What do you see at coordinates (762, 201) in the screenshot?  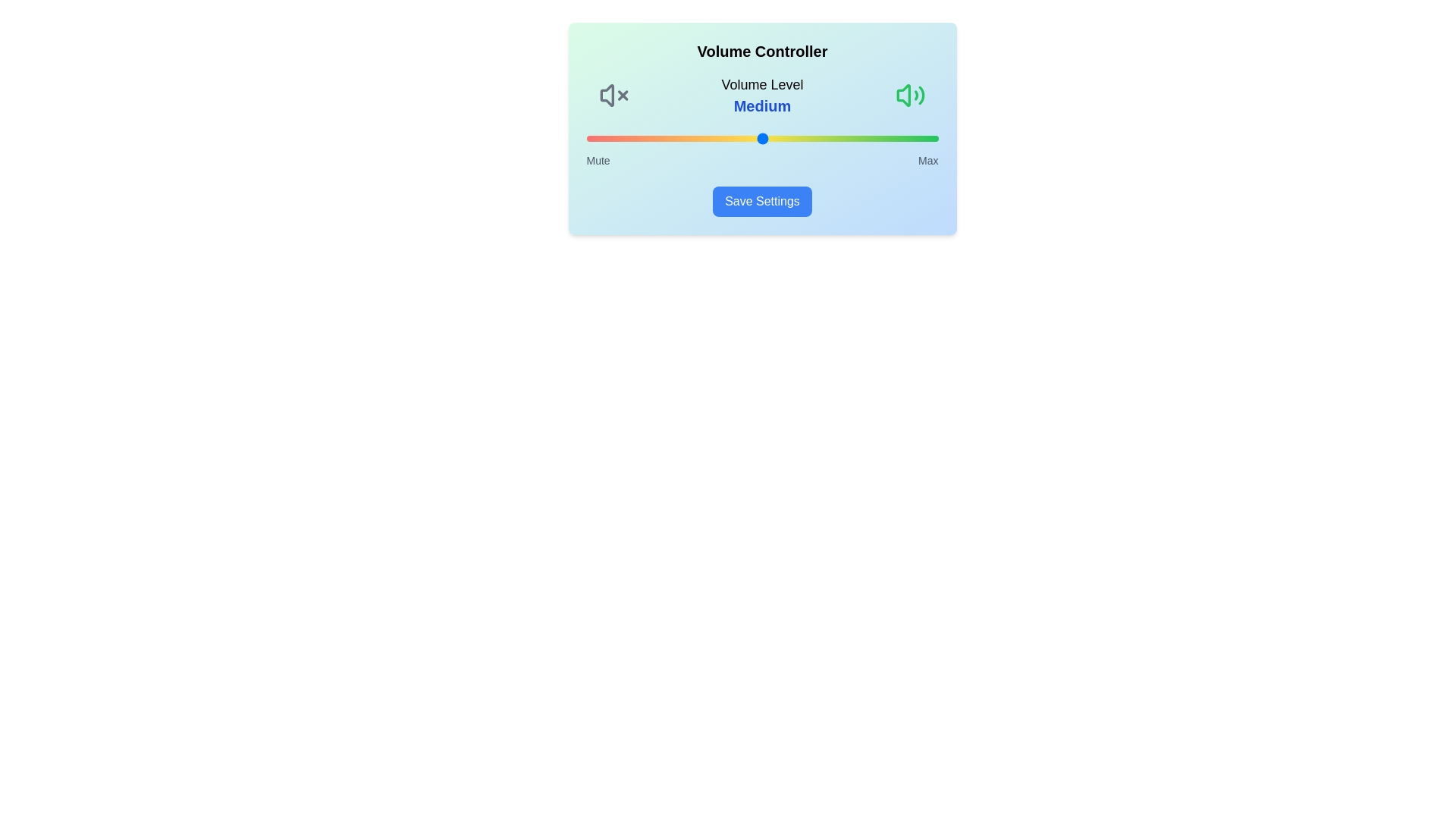 I see `the 'Save Settings' button` at bounding box center [762, 201].